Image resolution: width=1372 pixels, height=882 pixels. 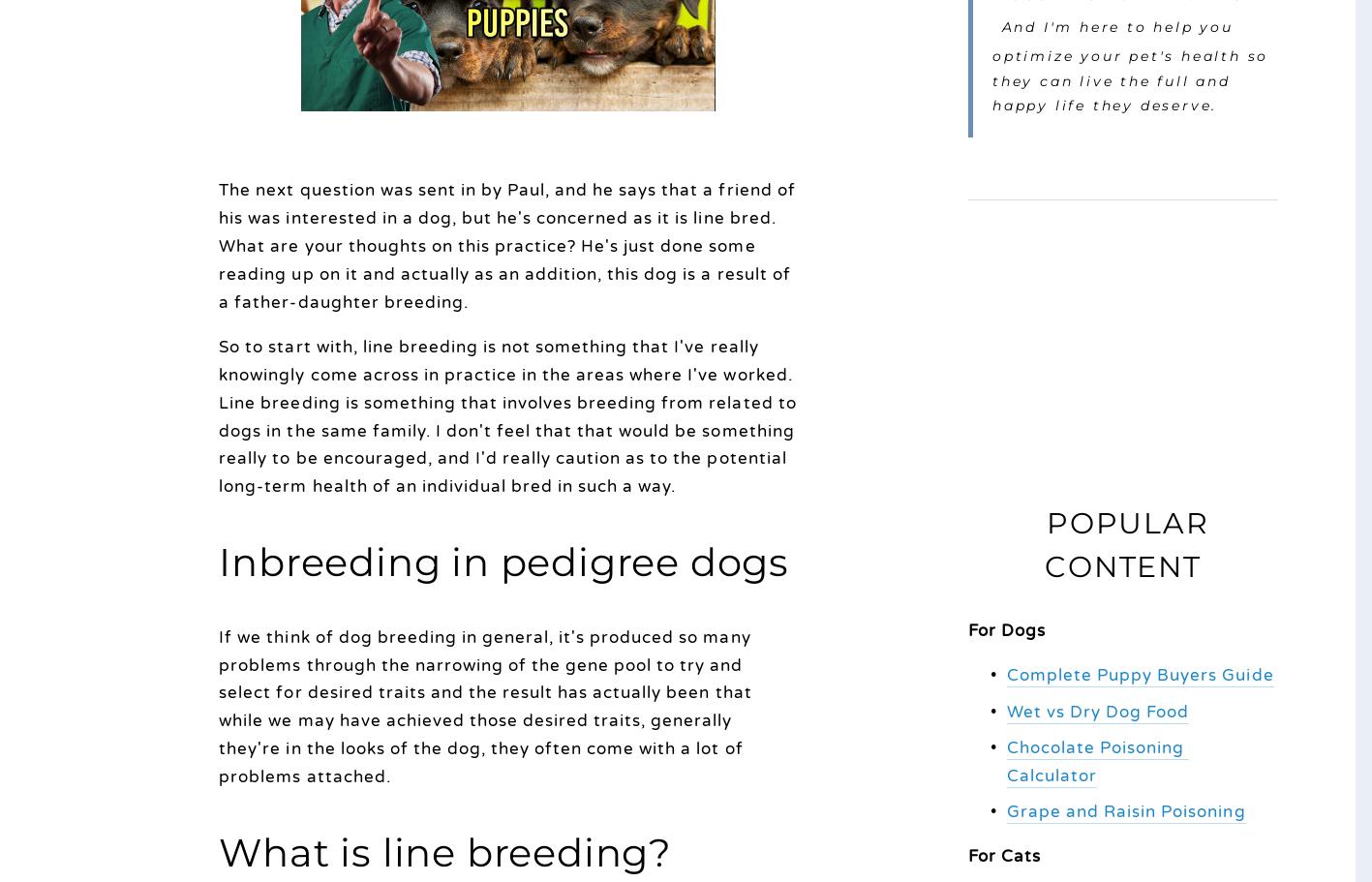 I want to click on 'For Cats', so click(x=1004, y=855).